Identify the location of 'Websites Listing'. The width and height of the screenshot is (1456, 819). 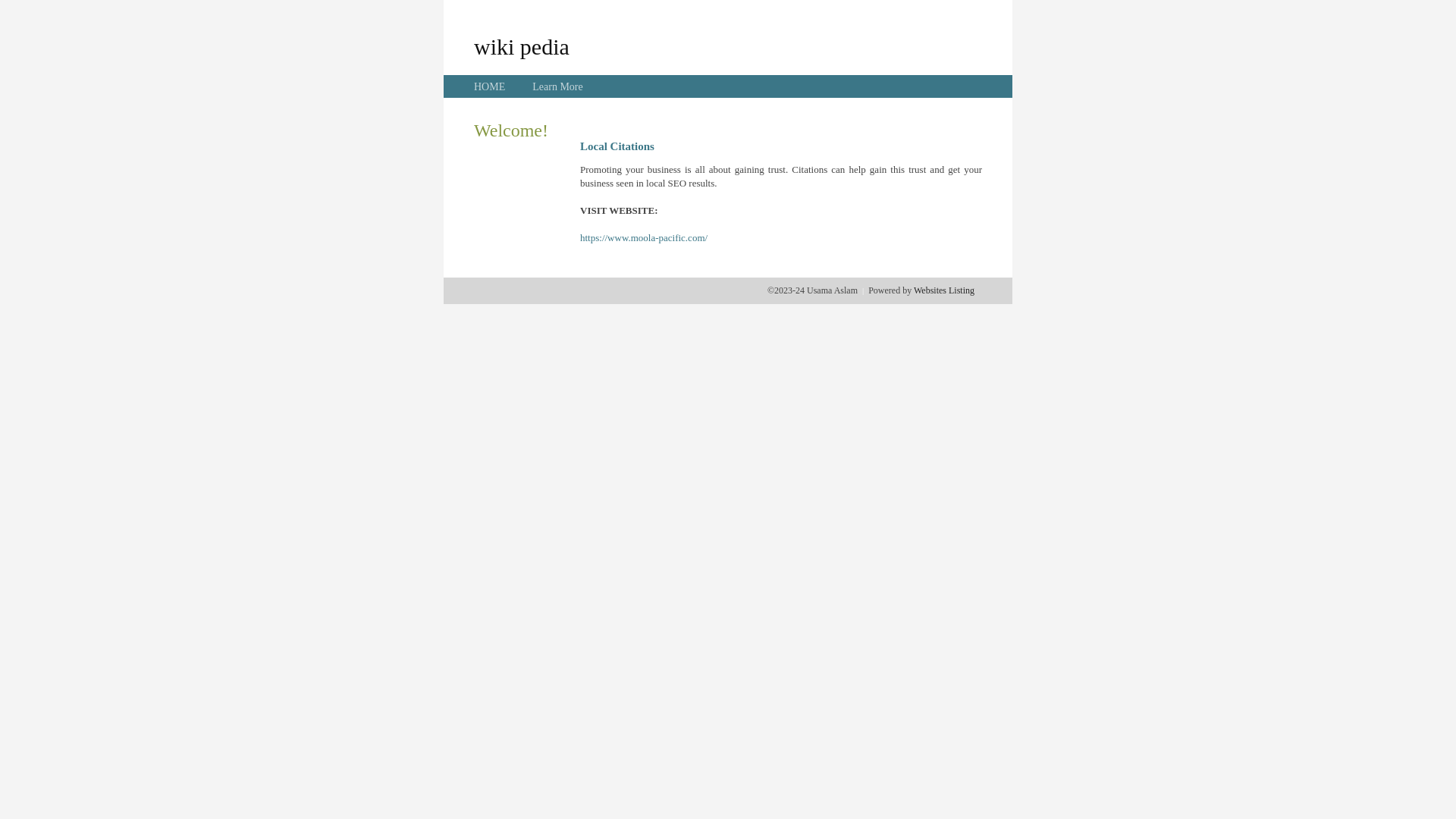
(943, 290).